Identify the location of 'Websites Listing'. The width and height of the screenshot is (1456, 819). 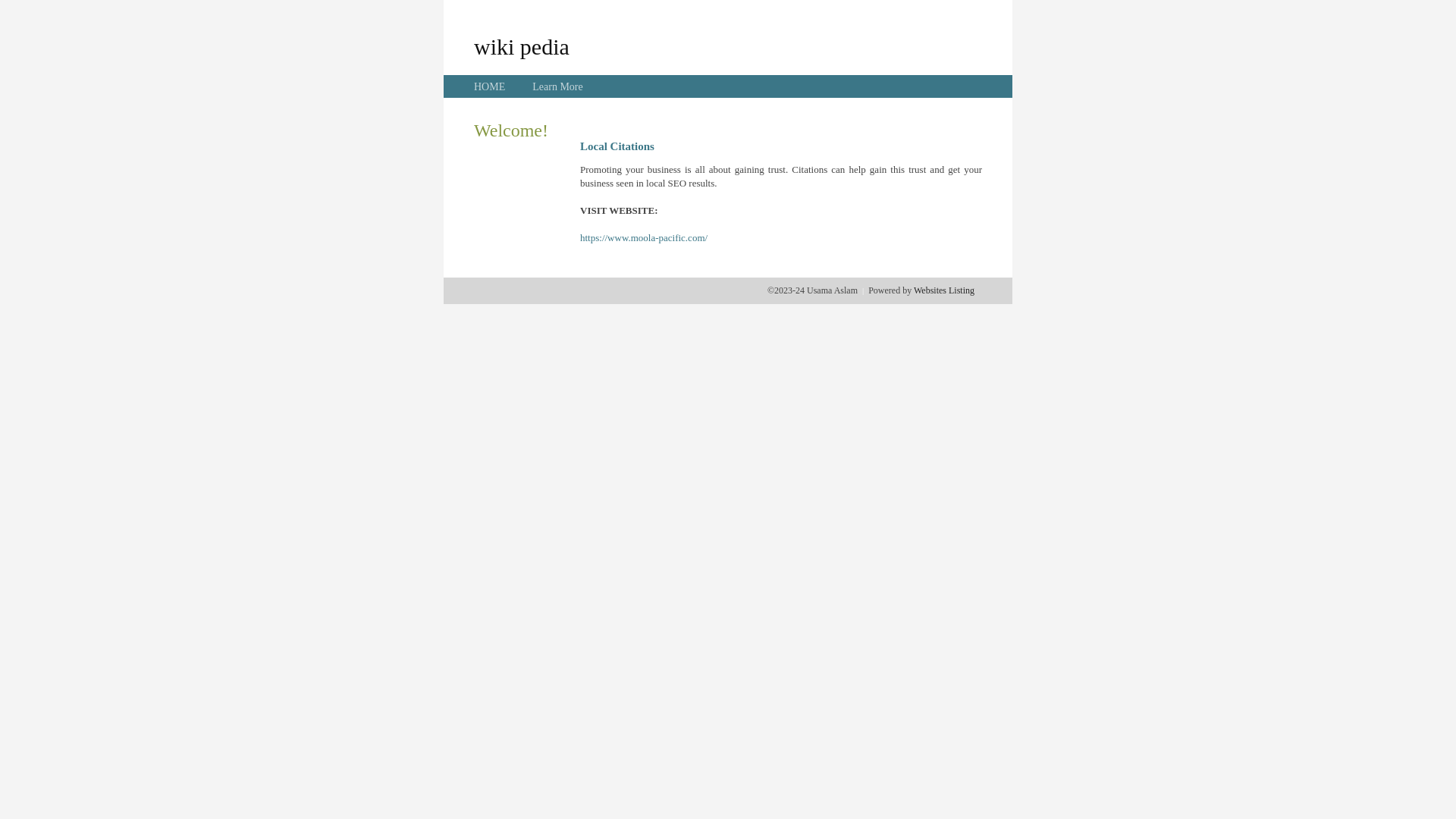
(943, 290).